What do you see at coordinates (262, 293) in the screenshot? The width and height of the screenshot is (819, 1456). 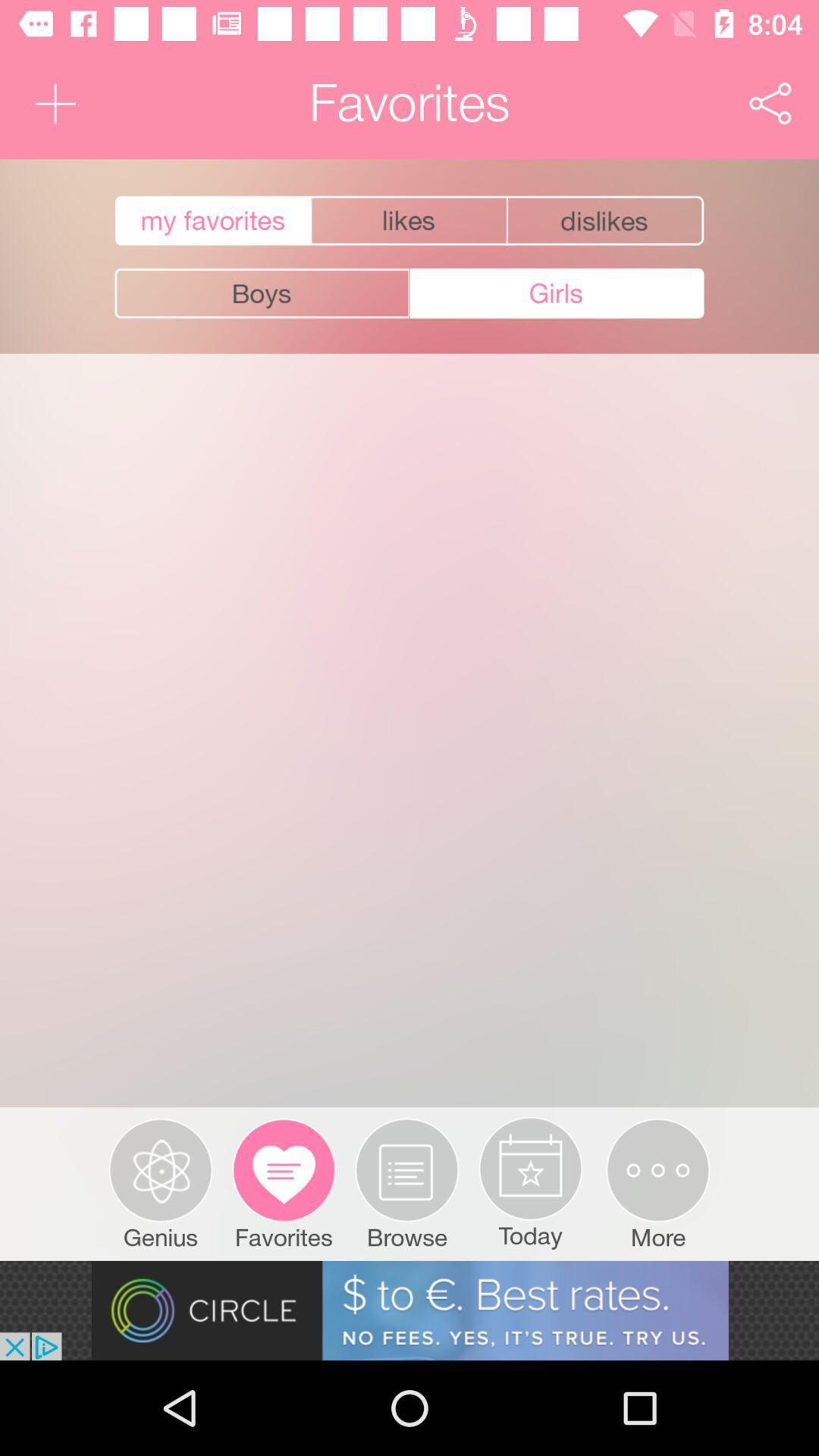 I see `the box that reads the text boys shown left to girls` at bounding box center [262, 293].